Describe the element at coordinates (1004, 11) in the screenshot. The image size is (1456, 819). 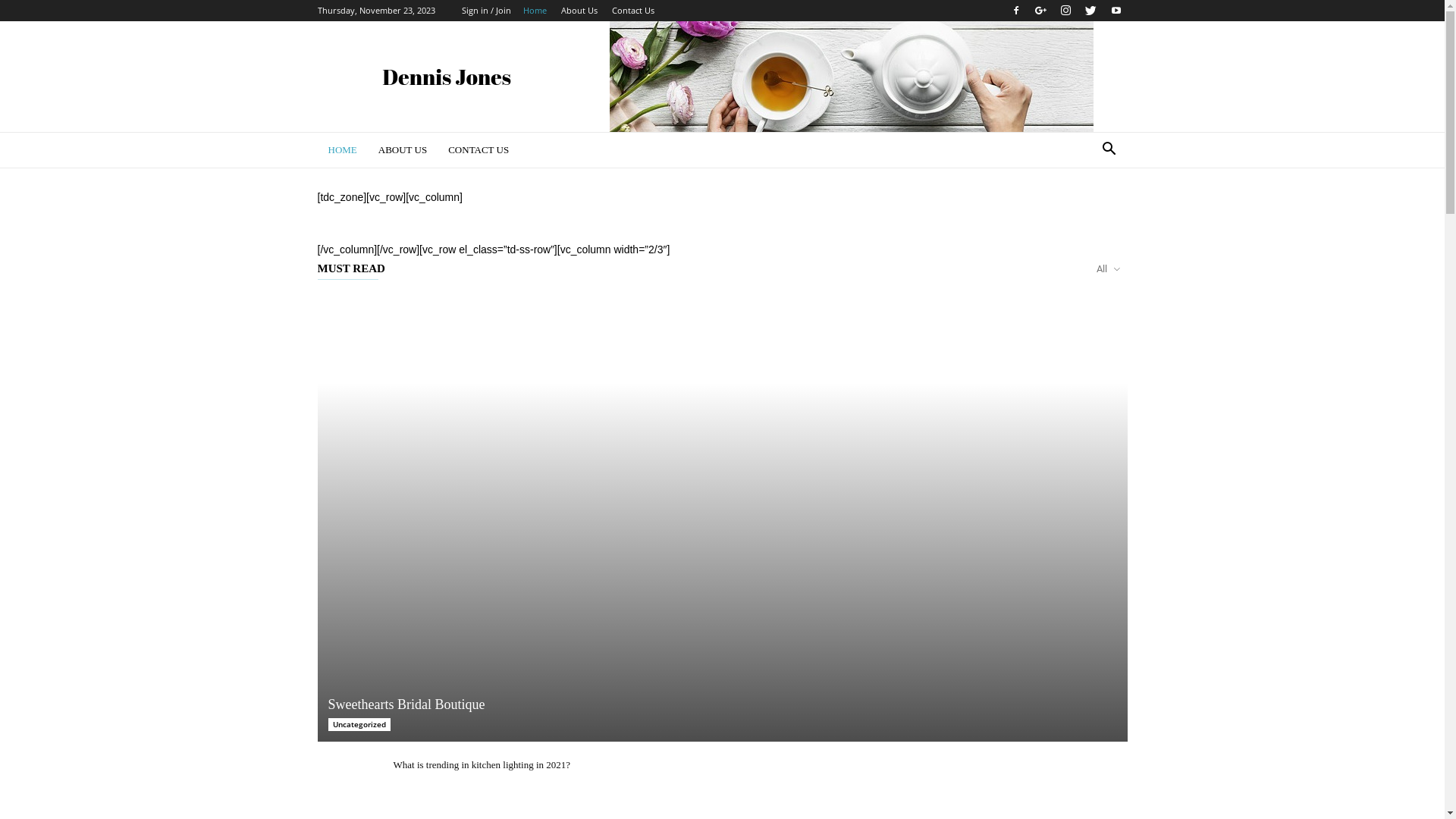
I see `'Facebook'` at that location.